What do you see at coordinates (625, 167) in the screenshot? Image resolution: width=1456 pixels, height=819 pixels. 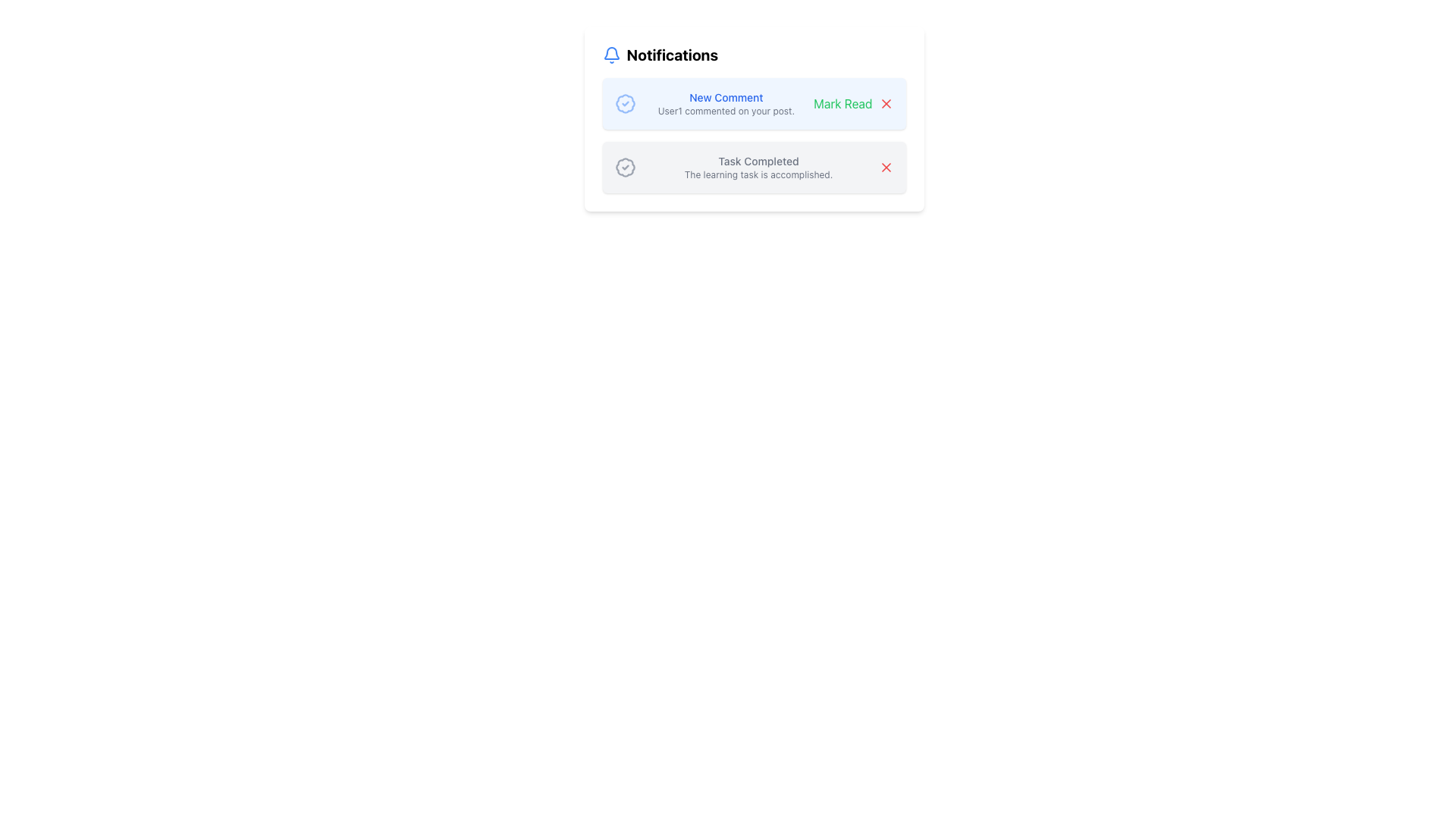 I see `the circular badge icon with a gray outline and a check mark, which is positioned to the left of the 'Task Completed' text` at bounding box center [625, 167].